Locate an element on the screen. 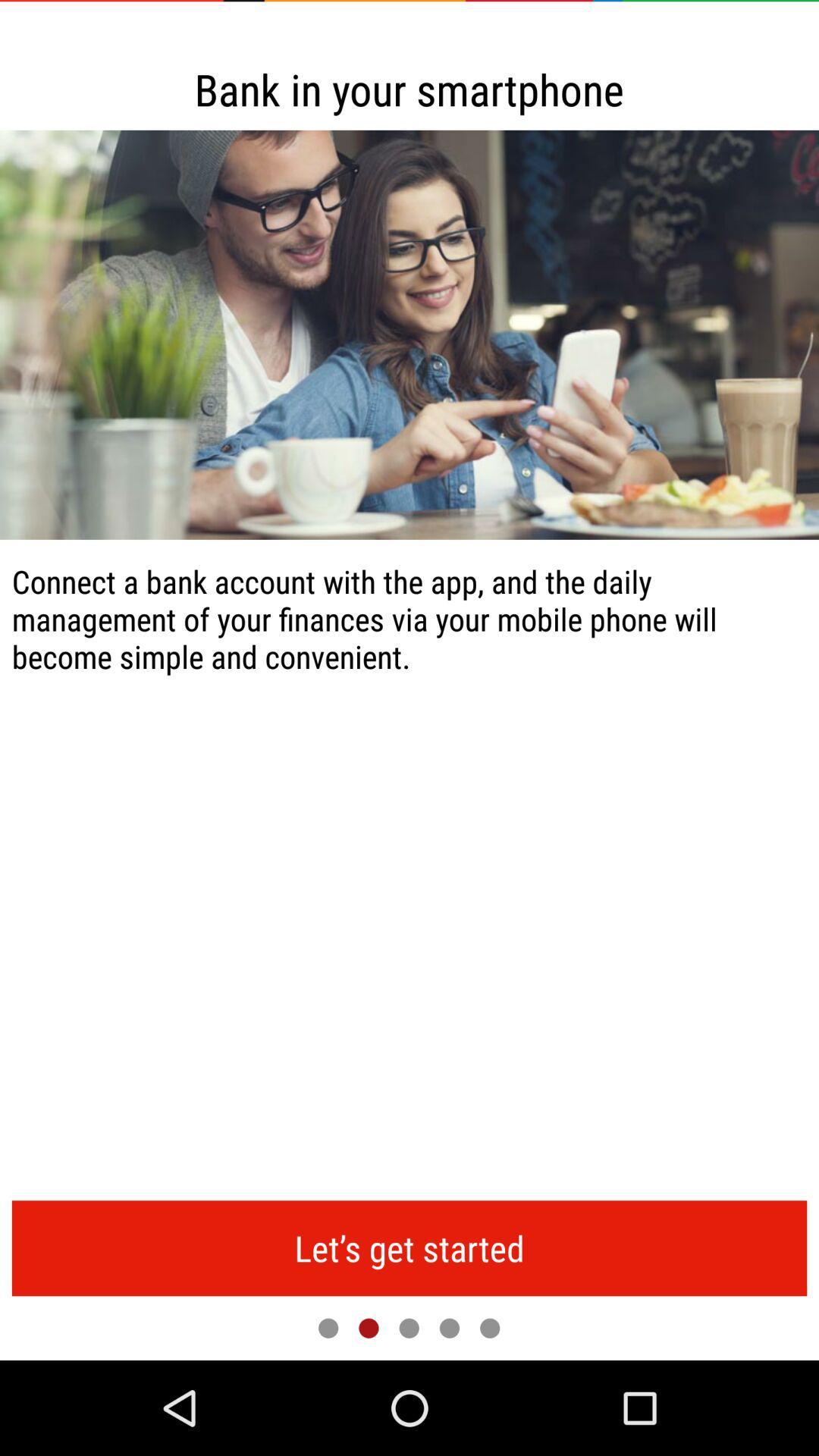 This screenshot has height=1456, width=819. the item below let s get icon is located at coordinates (328, 1327).